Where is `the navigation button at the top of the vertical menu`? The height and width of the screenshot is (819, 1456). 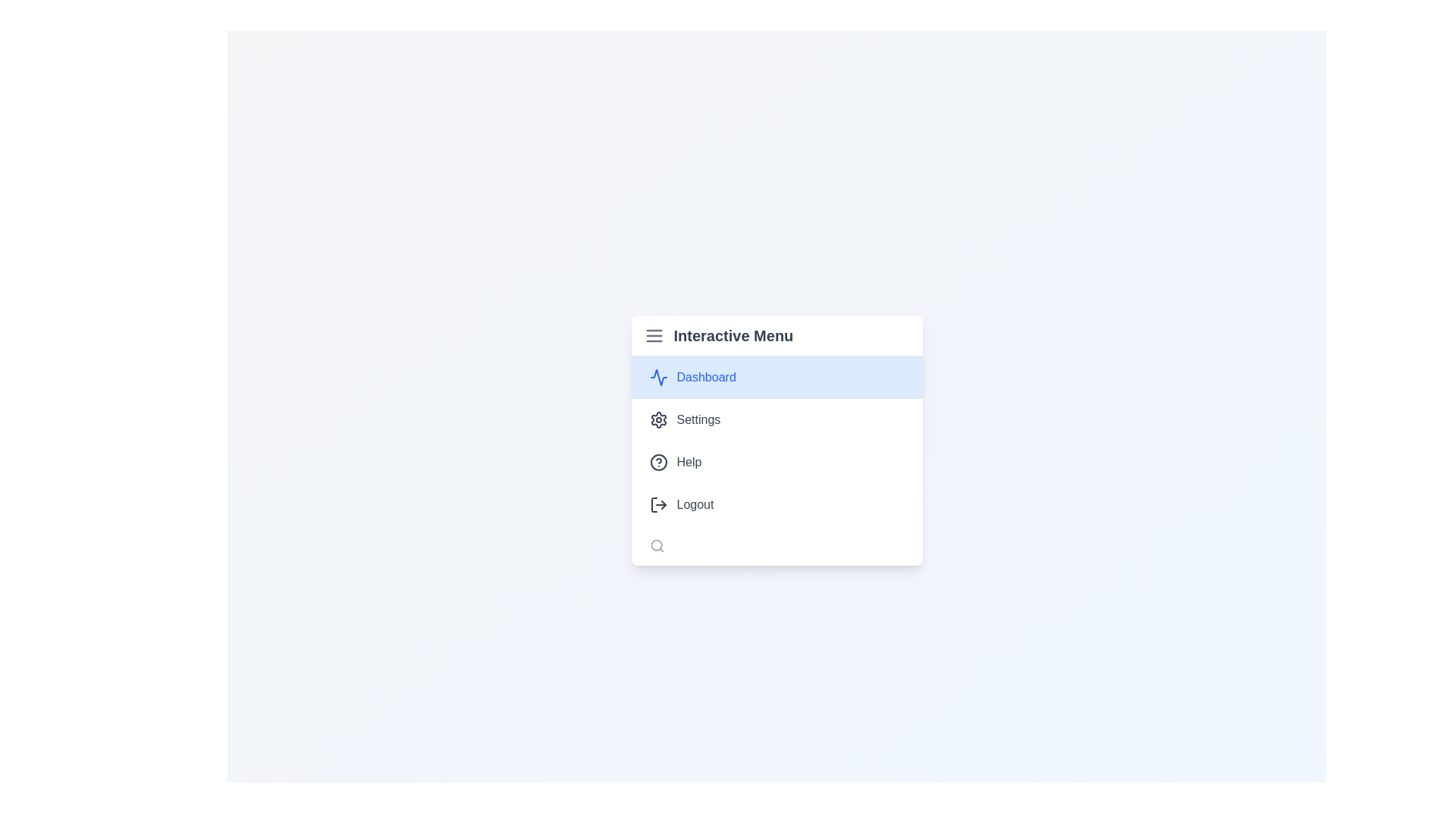
the navigation button at the top of the vertical menu is located at coordinates (777, 376).